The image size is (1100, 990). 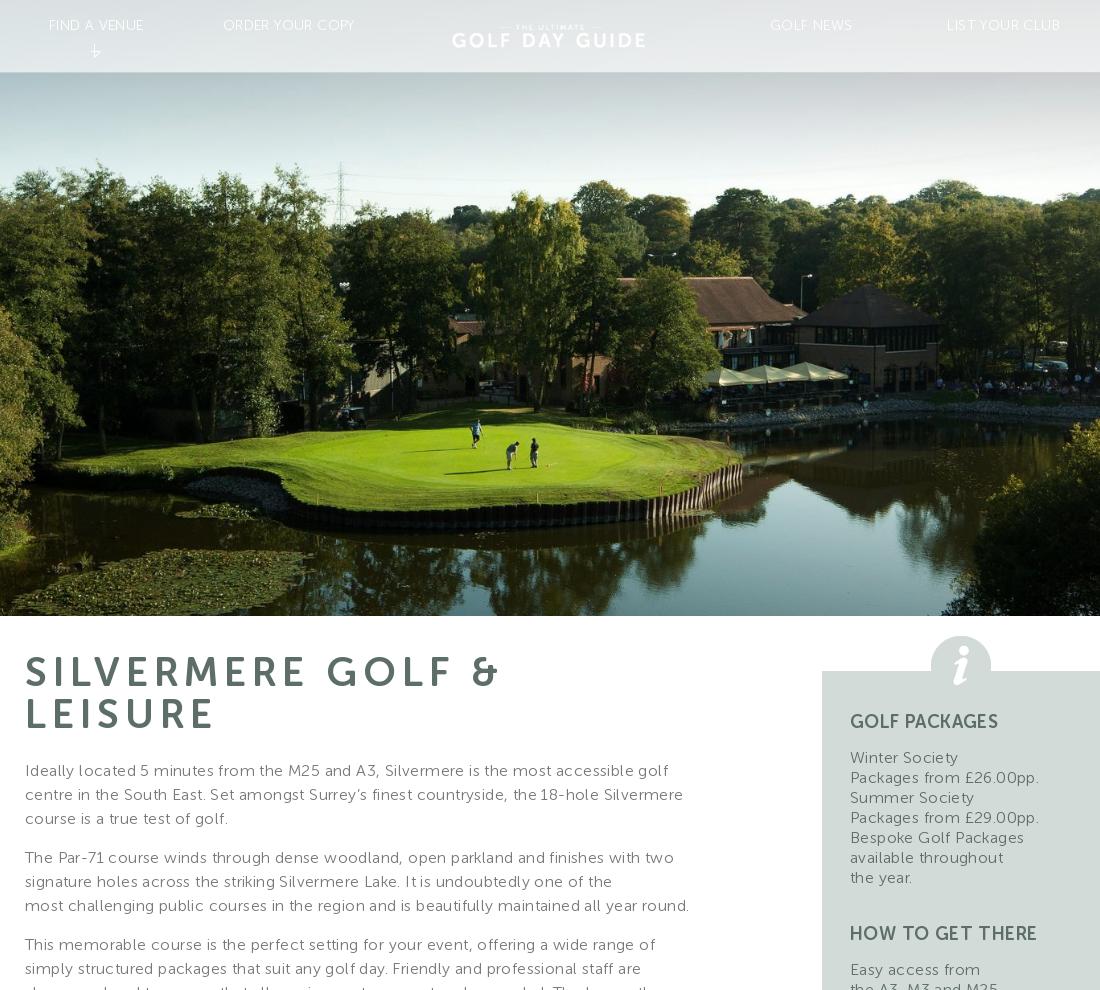 What do you see at coordinates (879, 877) in the screenshot?
I see `'the year.'` at bounding box center [879, 877].